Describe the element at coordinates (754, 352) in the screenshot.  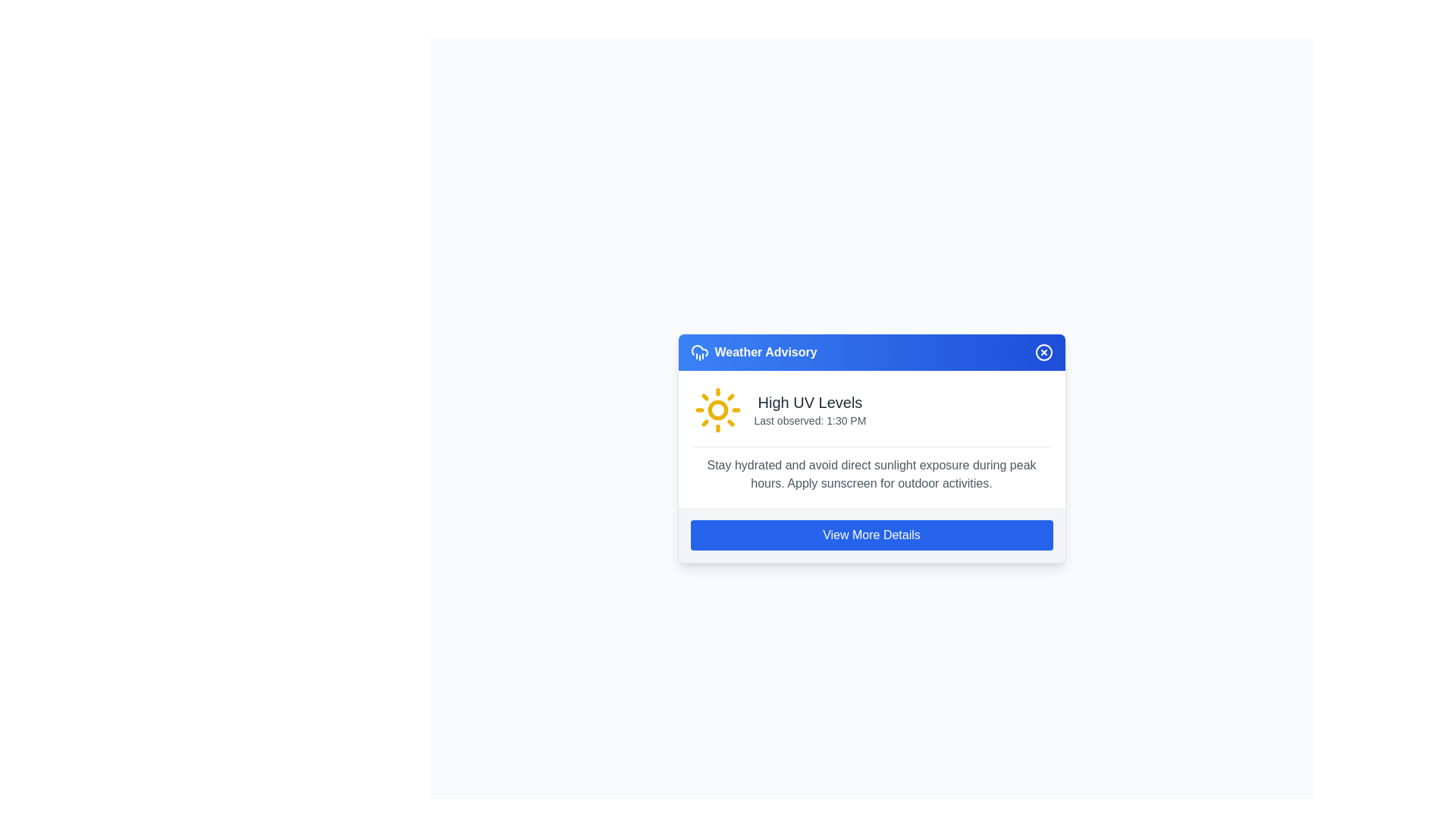
I see `the header element that indicates the purpose or topic of the card below, positioned at the top-left of the information card` at that location.